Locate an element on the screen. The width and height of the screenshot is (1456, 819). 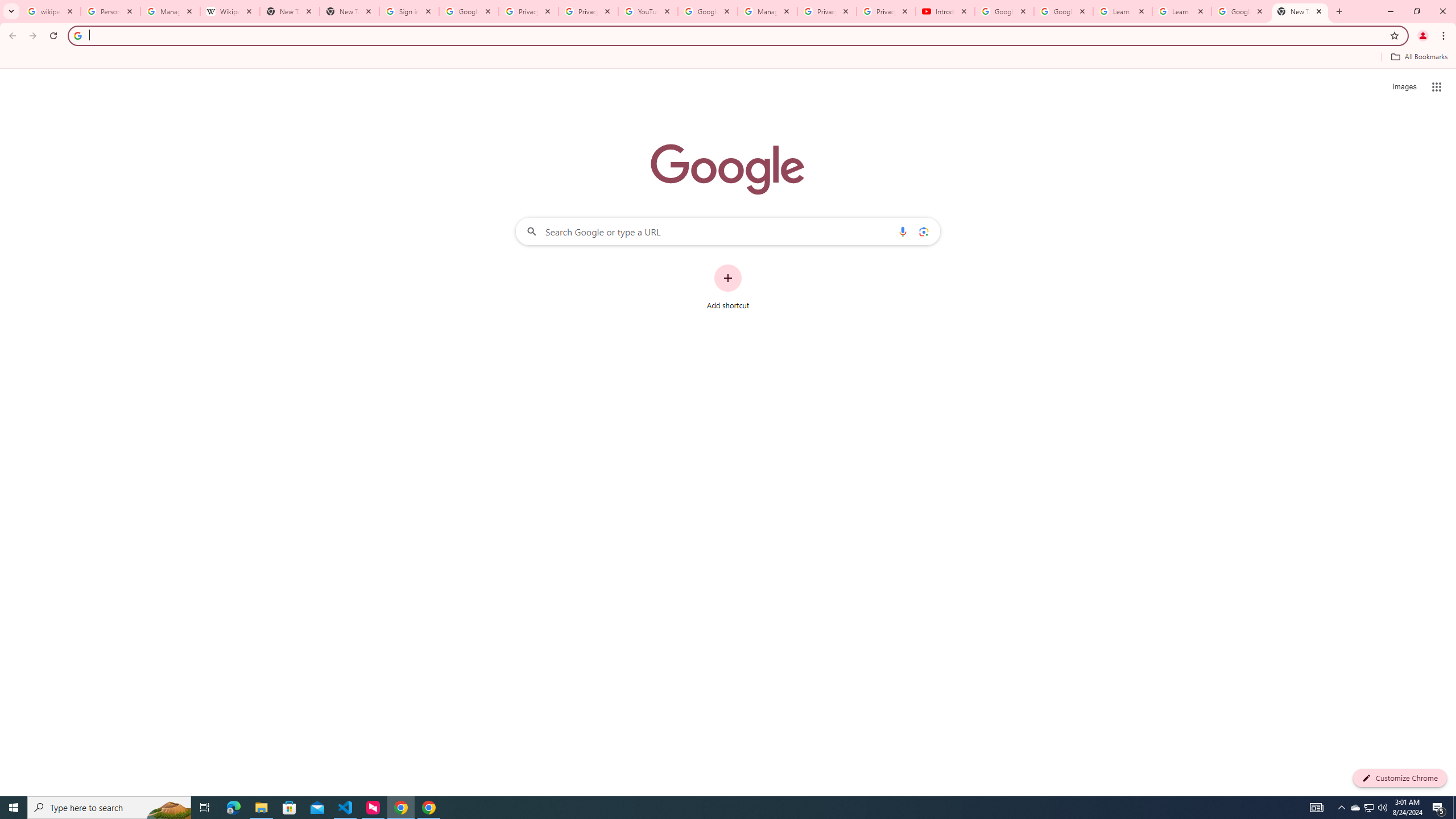
'Search for Images ' is located at coordinates (1404, 87).